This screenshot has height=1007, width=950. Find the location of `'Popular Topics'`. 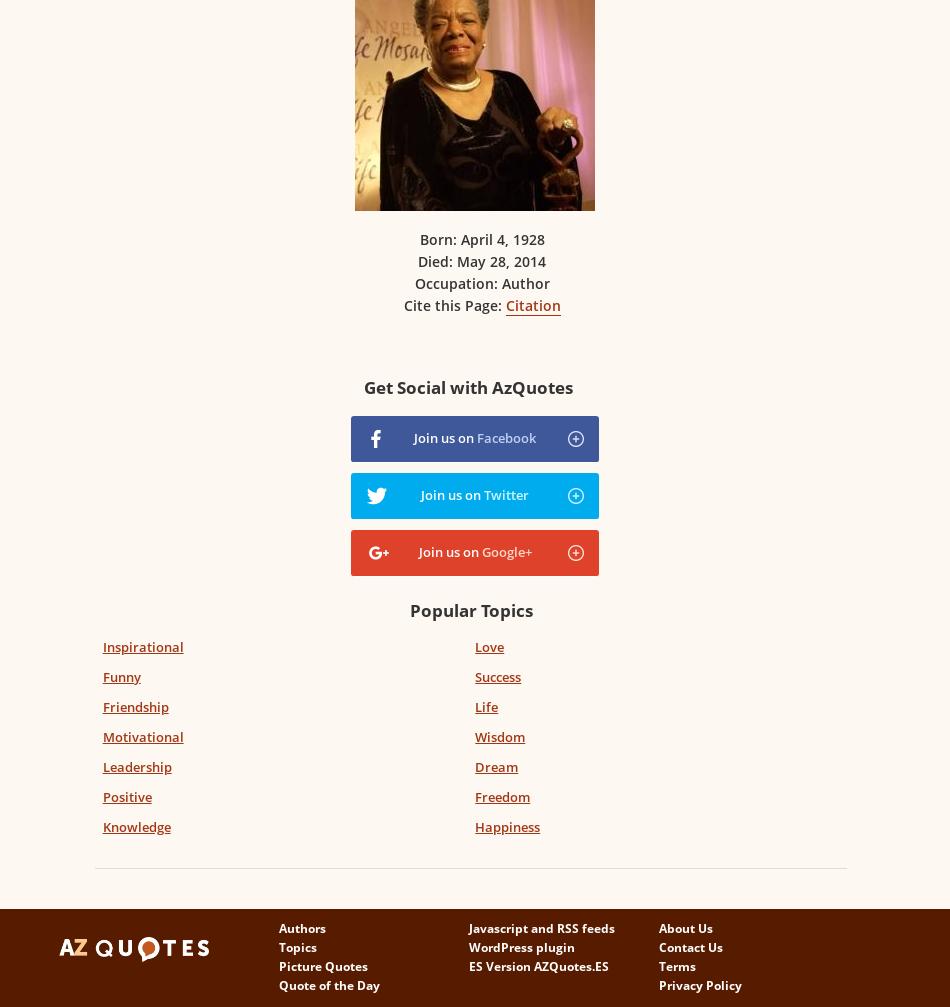

'Popular Topics' is located at coordinates (469, 608).